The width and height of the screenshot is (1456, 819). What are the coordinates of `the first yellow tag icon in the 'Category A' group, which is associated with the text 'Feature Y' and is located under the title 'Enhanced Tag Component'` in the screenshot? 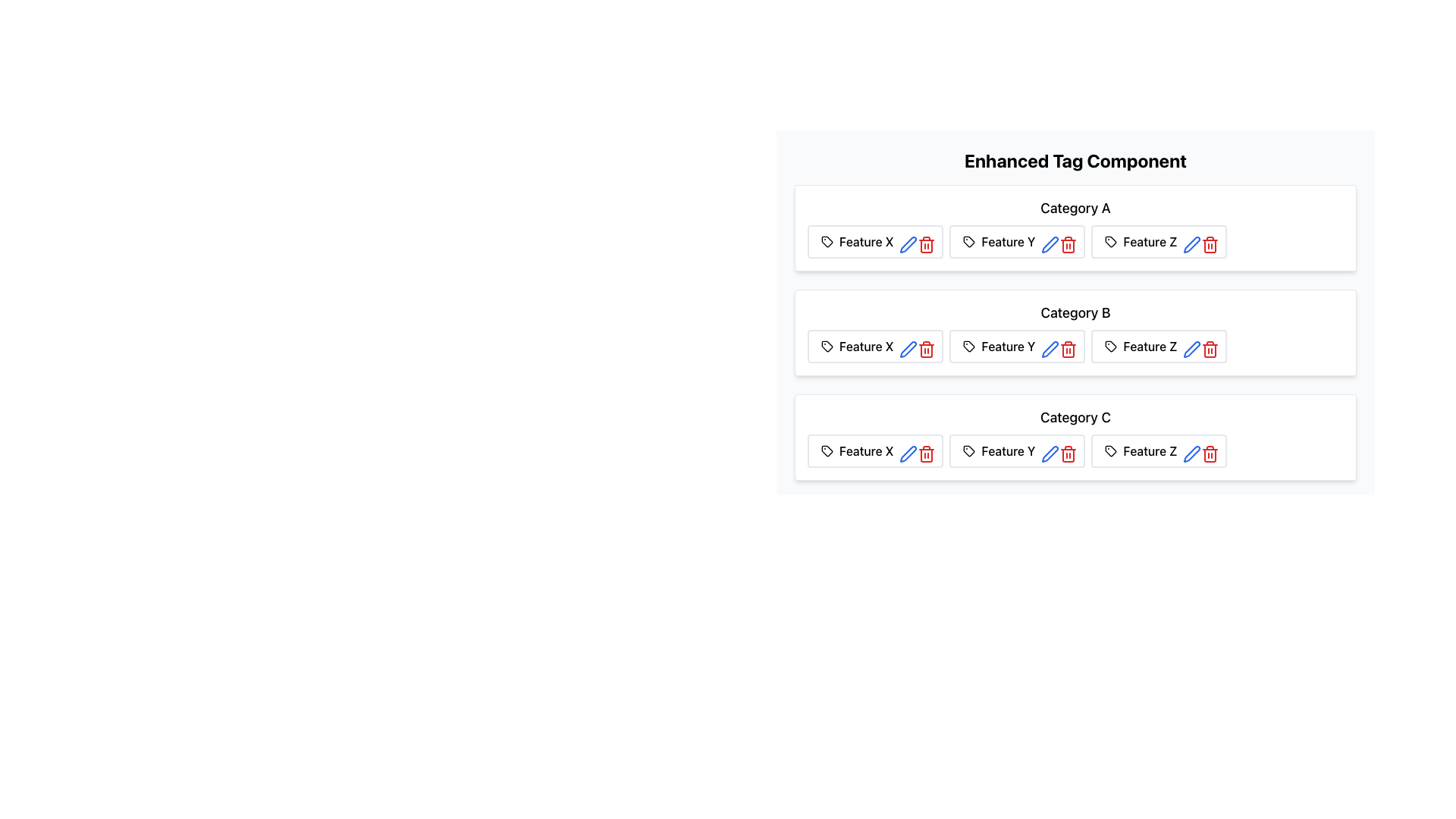 It's located at (968, 241).